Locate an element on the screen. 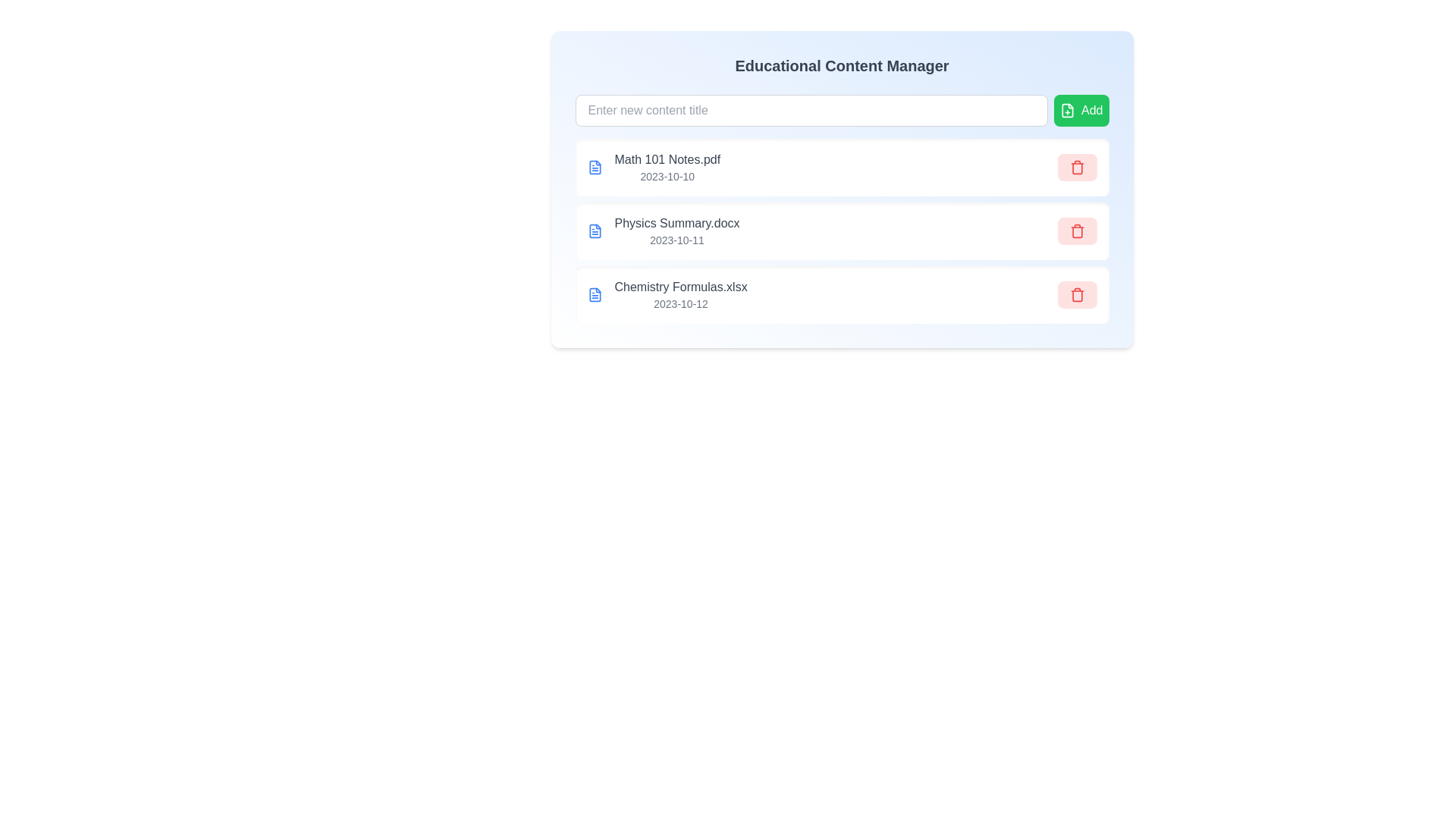  the static text label displaying the date '2023-10-12', which is styled in a smaller gray font and located directly below 'Chemistry Formulas.xlsx' in the third row of the list is located at coordinates (679, 304).